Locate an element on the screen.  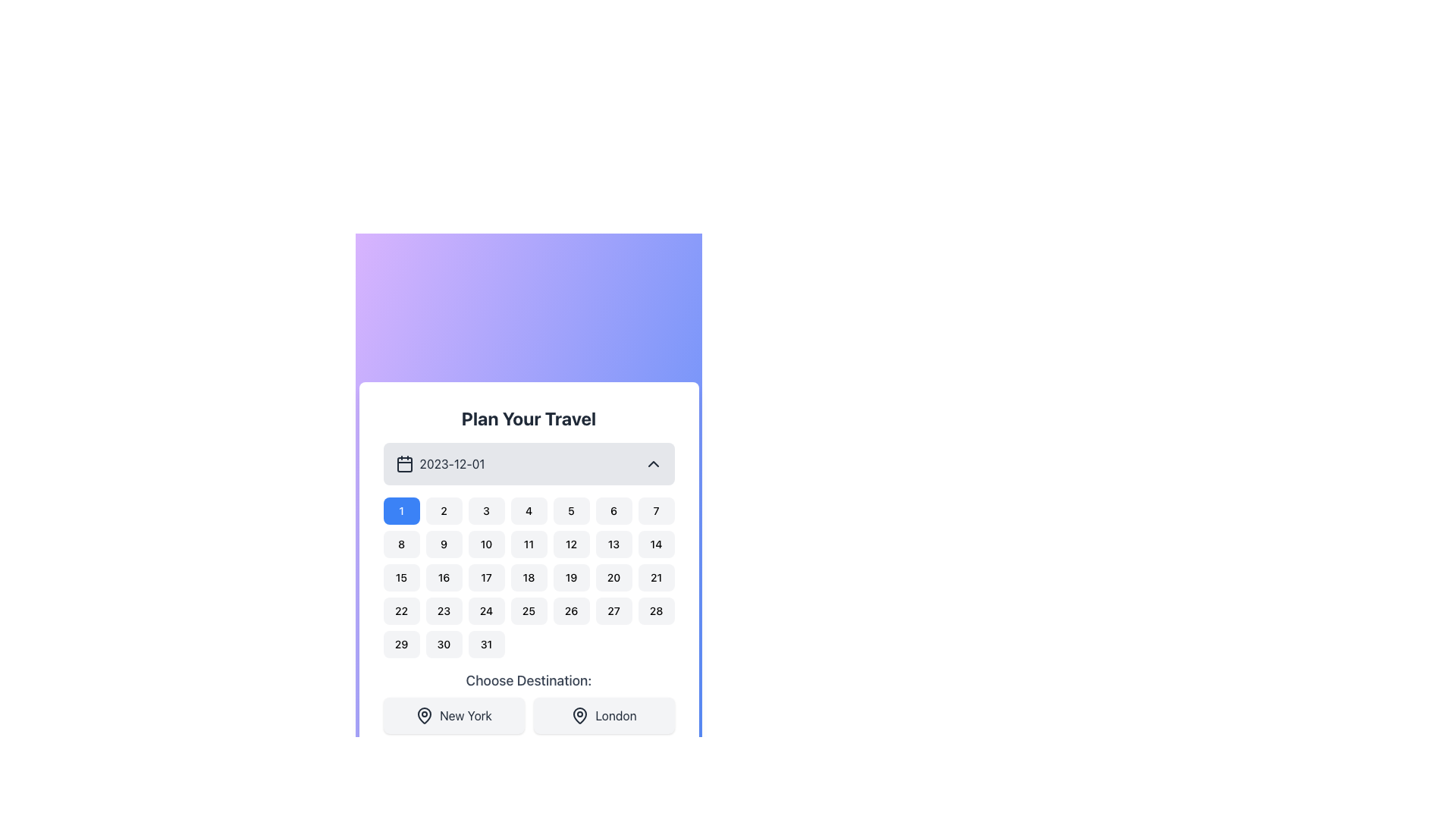
the date selection button for '6' in the date picker interface to observe the hover effect is located at coordinates (613, 511).